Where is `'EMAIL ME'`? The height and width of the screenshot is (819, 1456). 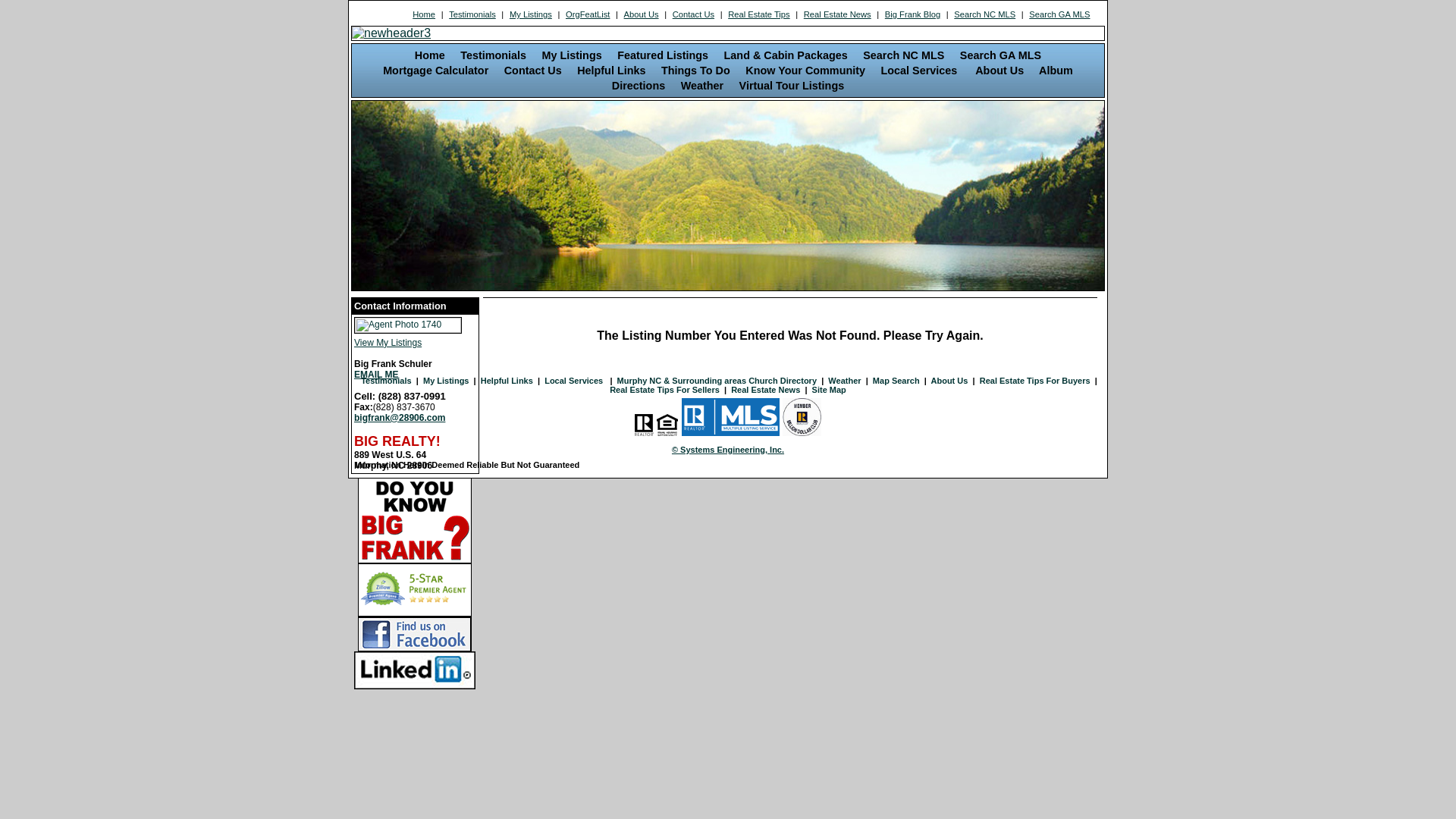 'EMAIL ME' is located at coordinates (375, 374).